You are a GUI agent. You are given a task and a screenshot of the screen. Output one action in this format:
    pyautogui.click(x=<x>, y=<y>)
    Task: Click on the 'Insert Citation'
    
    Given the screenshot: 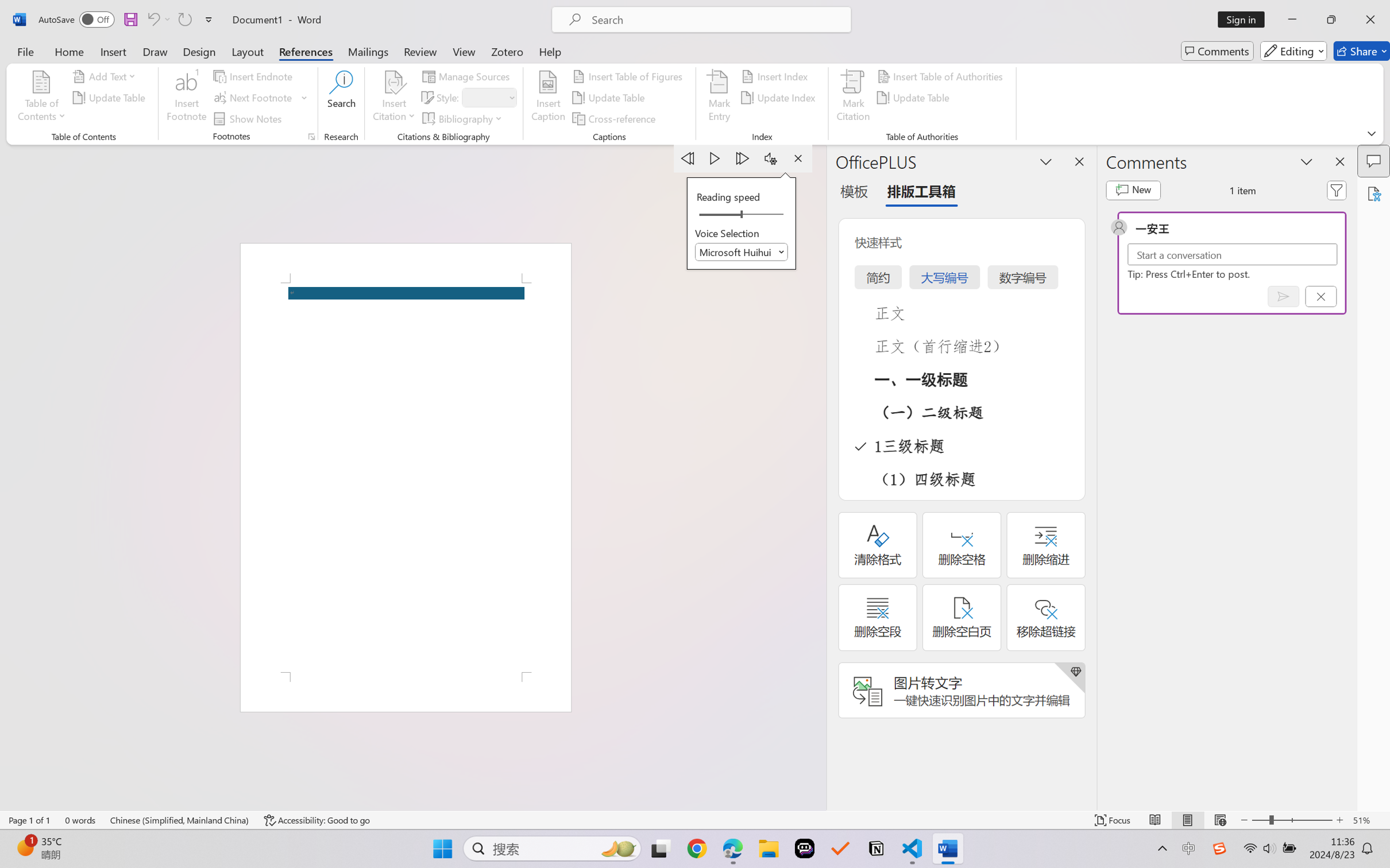 What is the action you would take?
    pyautogui.click(x=393, y=98)
    